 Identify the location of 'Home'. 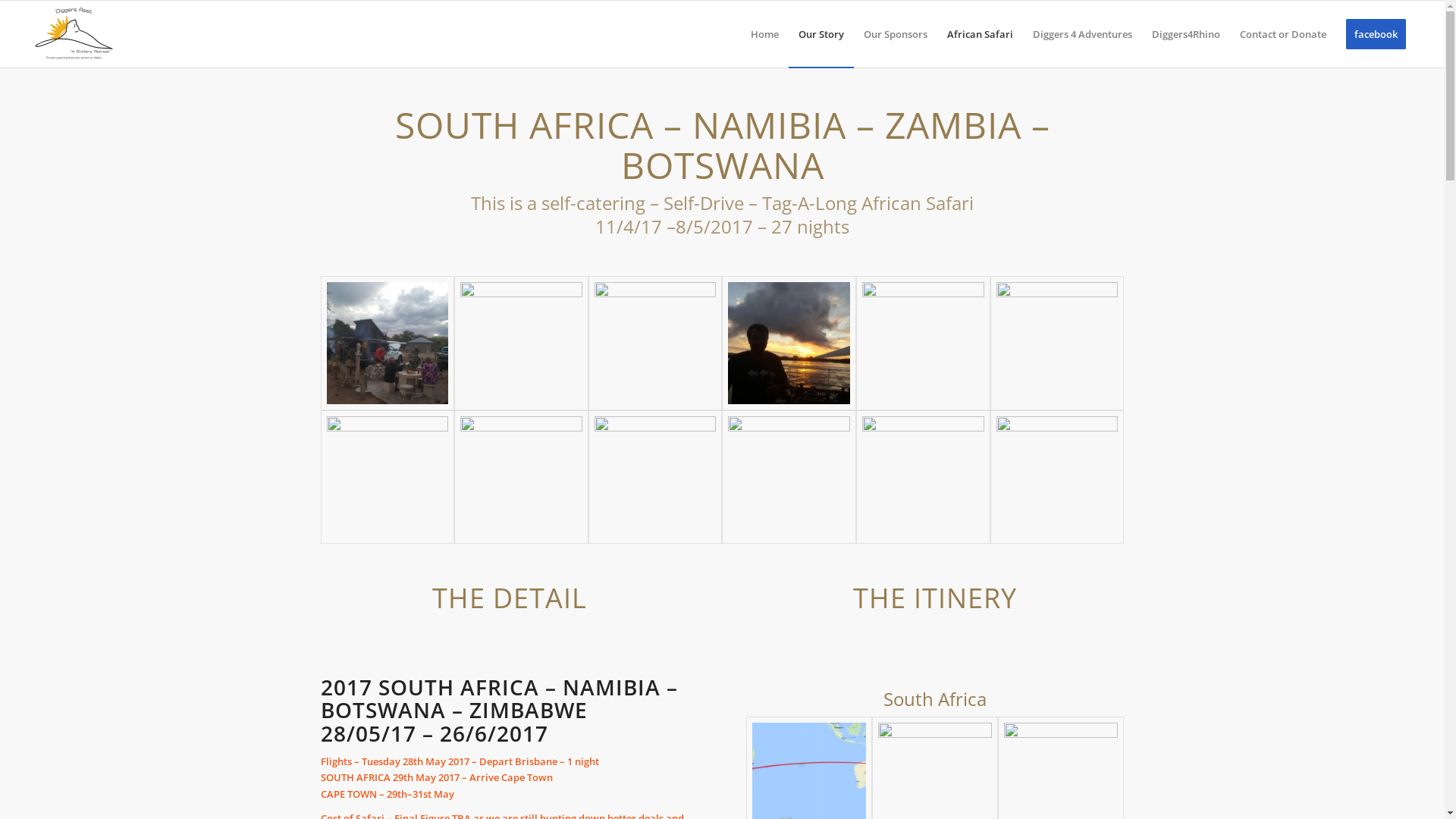
(741, 34).